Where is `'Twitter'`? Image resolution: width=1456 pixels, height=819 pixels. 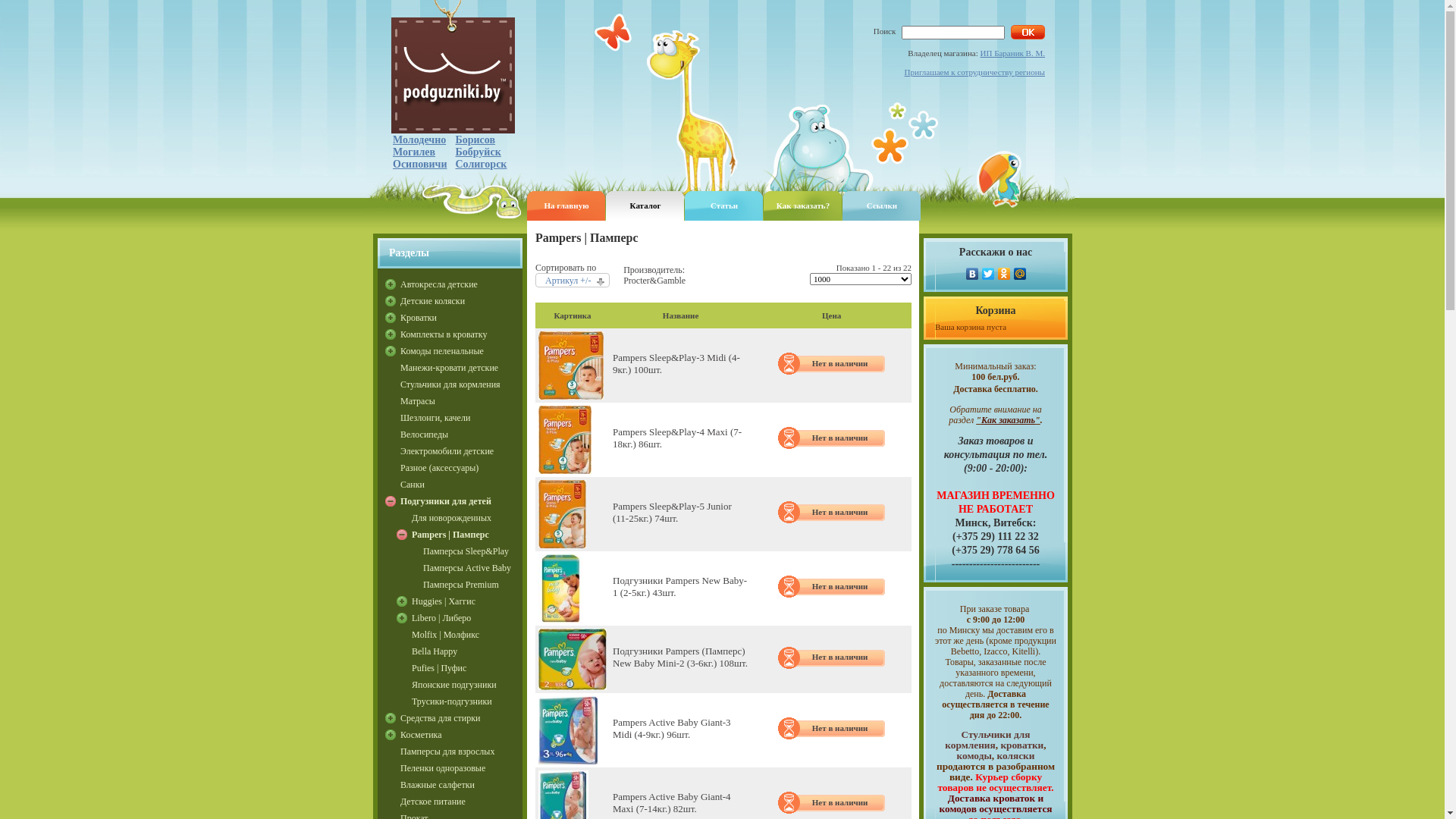 'Twitter' is located at coordinates (987, 274).